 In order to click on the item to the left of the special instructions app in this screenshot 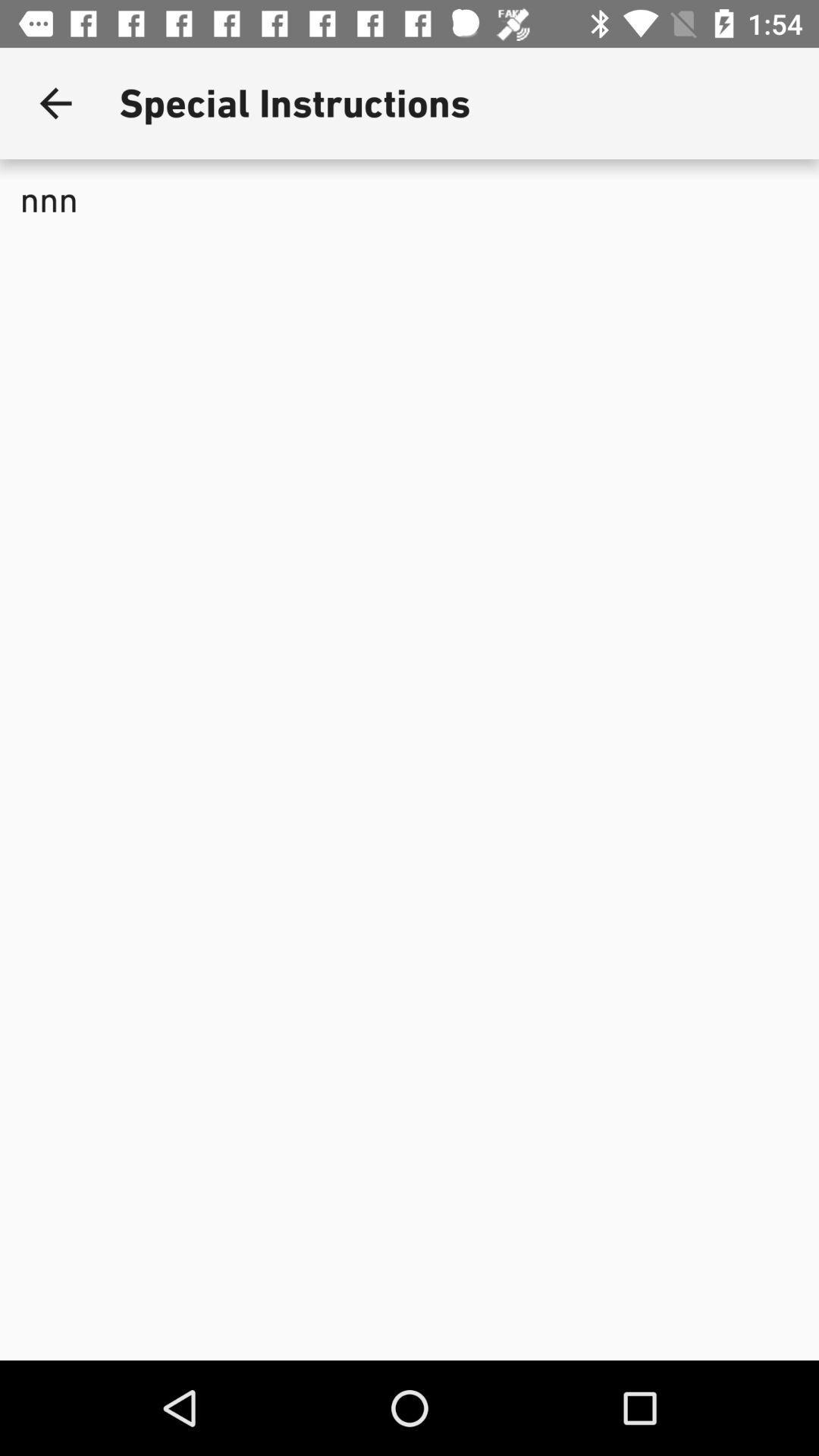, I will do `click(55, 102)`.